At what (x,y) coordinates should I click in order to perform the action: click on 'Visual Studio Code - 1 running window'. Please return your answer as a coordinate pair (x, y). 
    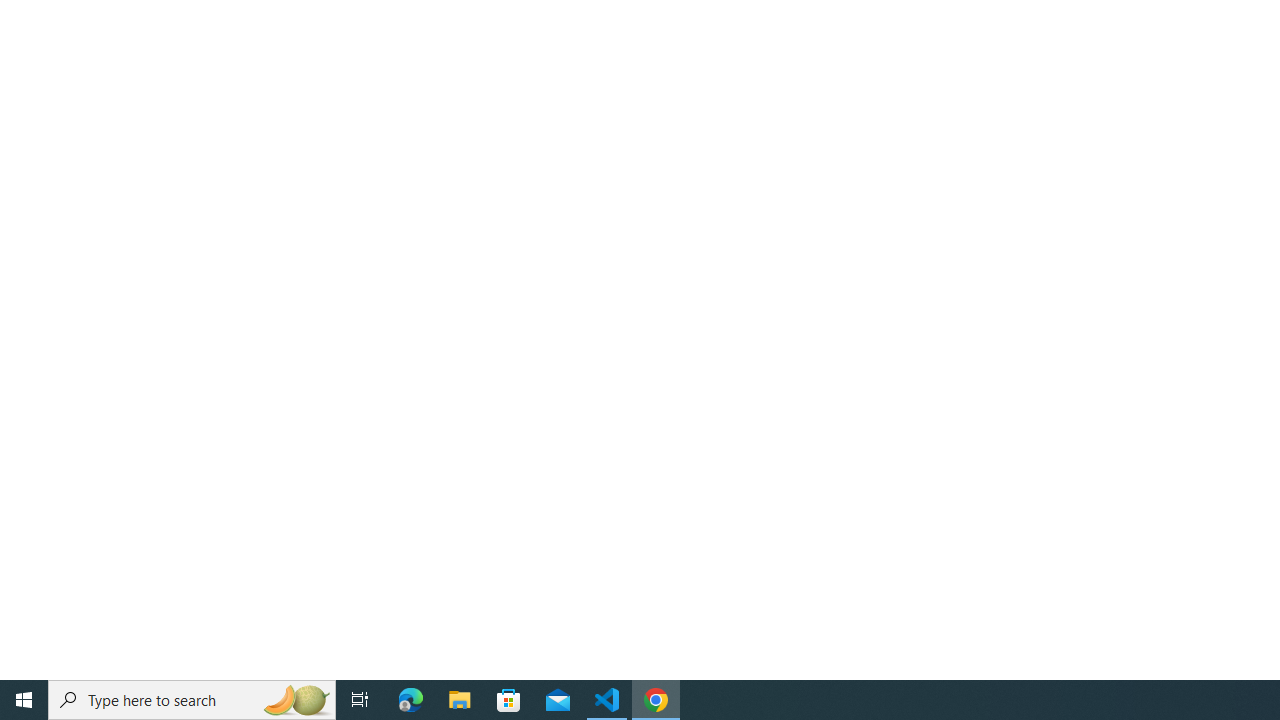
    Looking at the image, I should click on (606, 698).